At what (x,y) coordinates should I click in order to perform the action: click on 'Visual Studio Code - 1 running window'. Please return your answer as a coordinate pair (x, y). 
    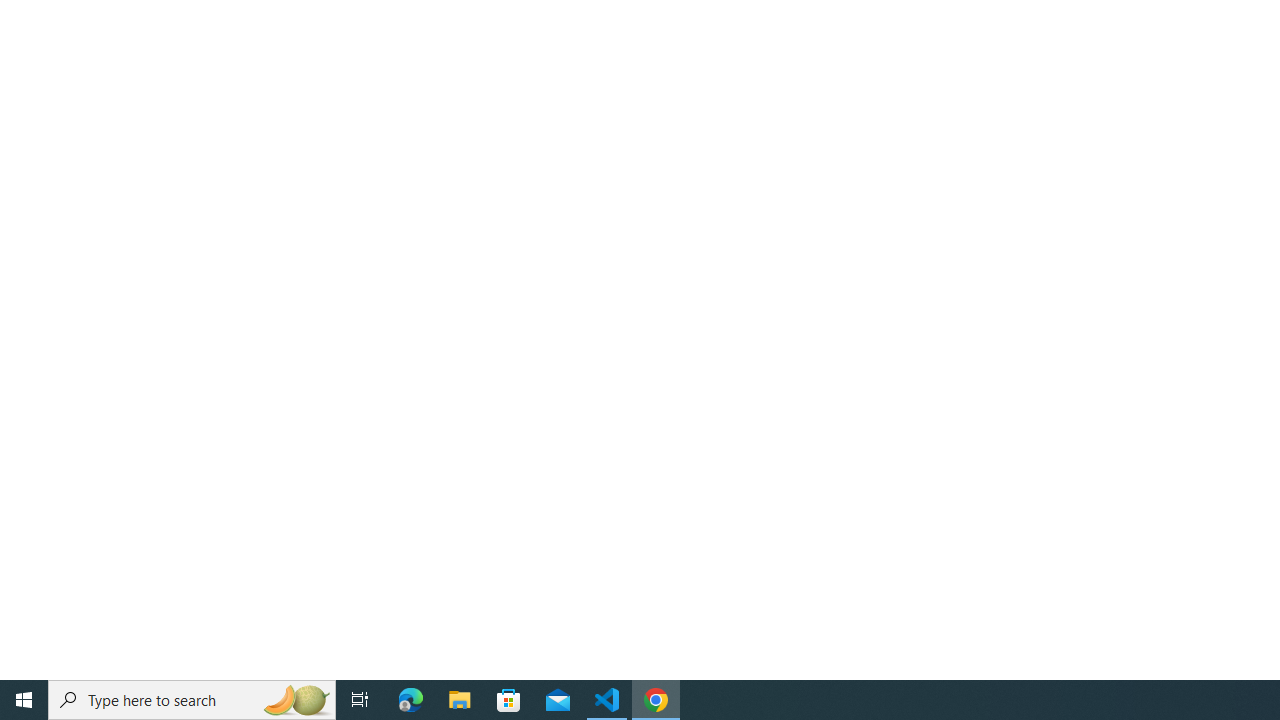
    Looking at the image, I should click on (606, 698).